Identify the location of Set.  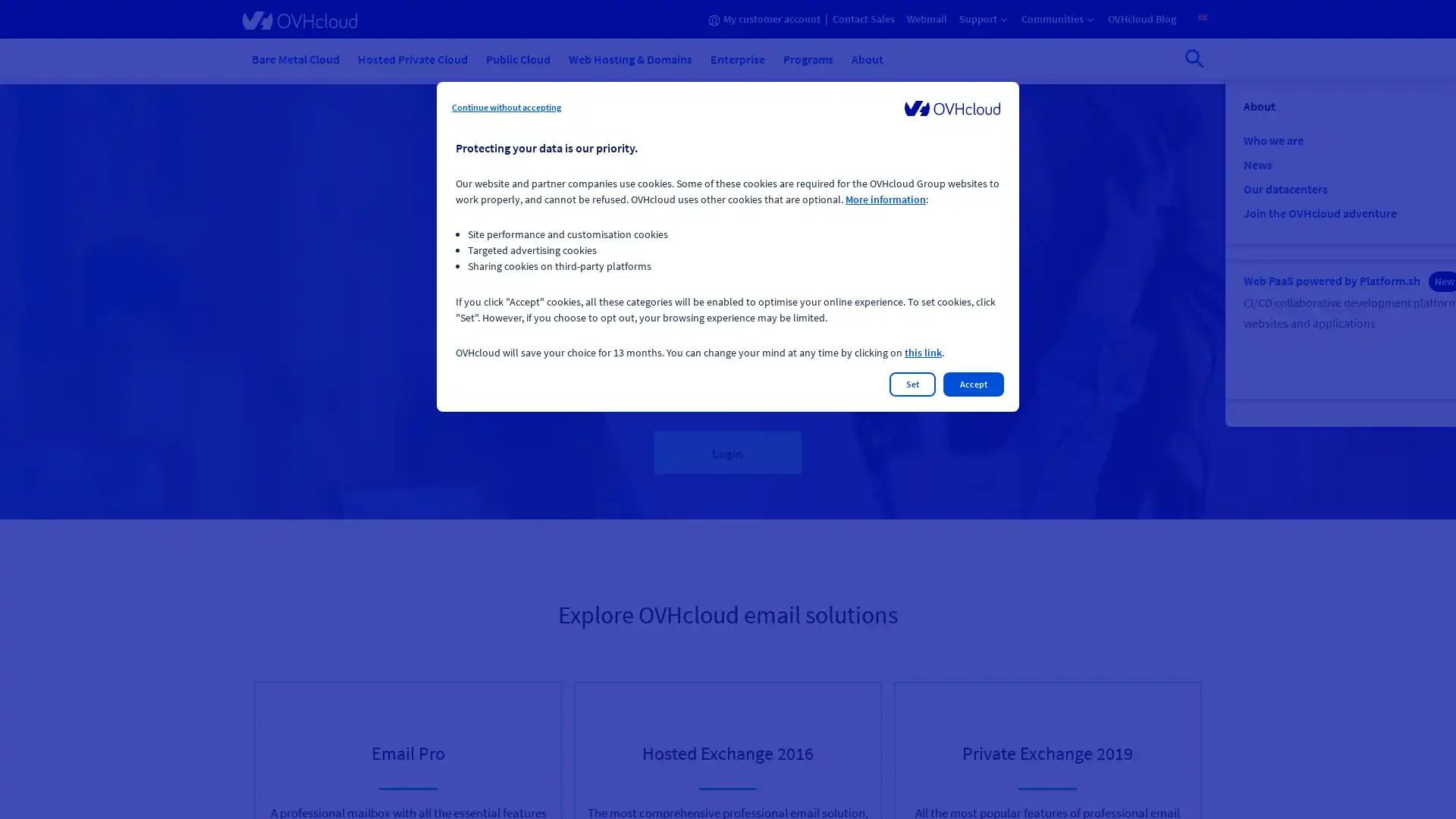
(912, 383).